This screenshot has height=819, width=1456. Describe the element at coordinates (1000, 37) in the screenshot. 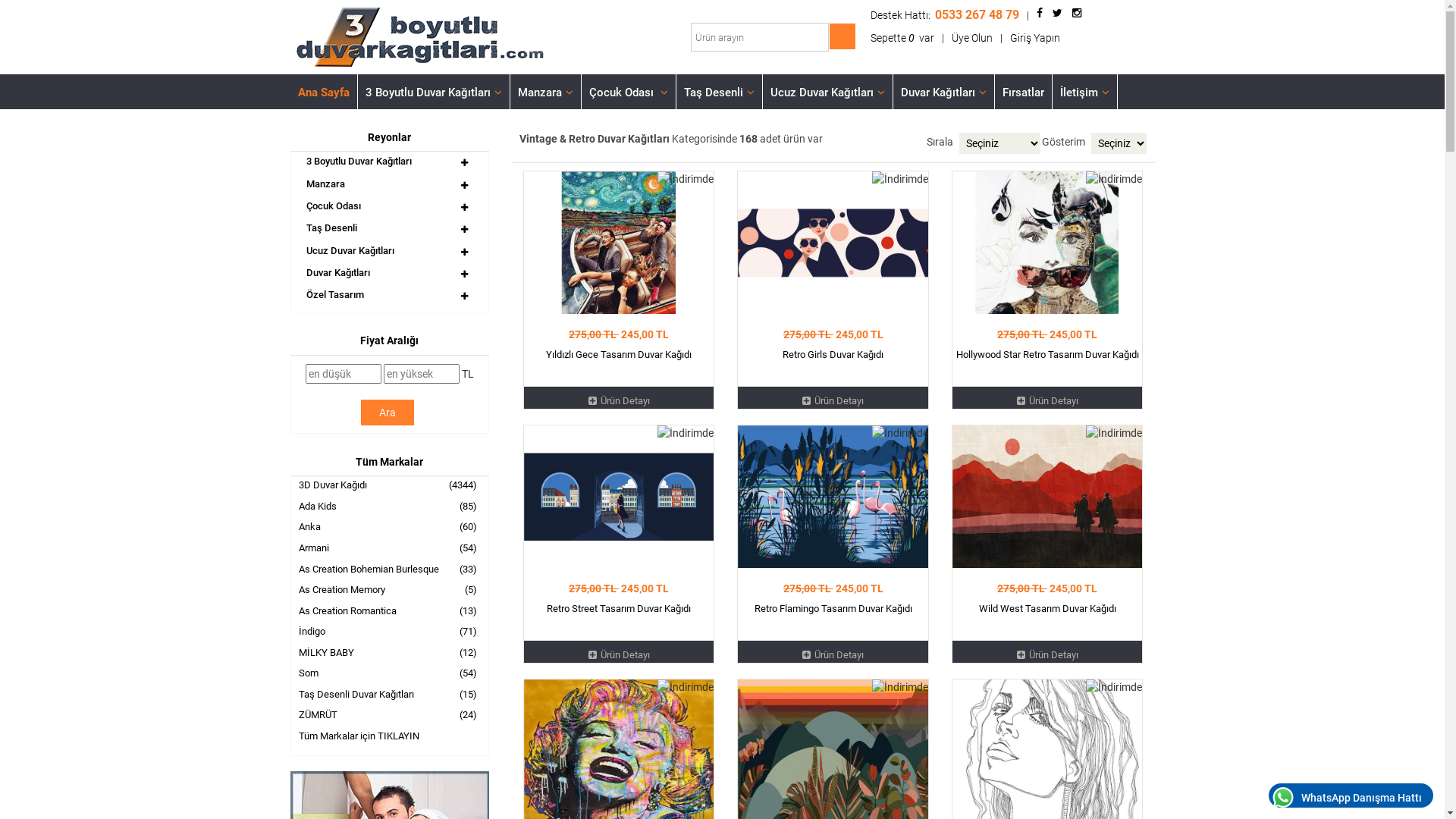

I see `'|'` at that location.